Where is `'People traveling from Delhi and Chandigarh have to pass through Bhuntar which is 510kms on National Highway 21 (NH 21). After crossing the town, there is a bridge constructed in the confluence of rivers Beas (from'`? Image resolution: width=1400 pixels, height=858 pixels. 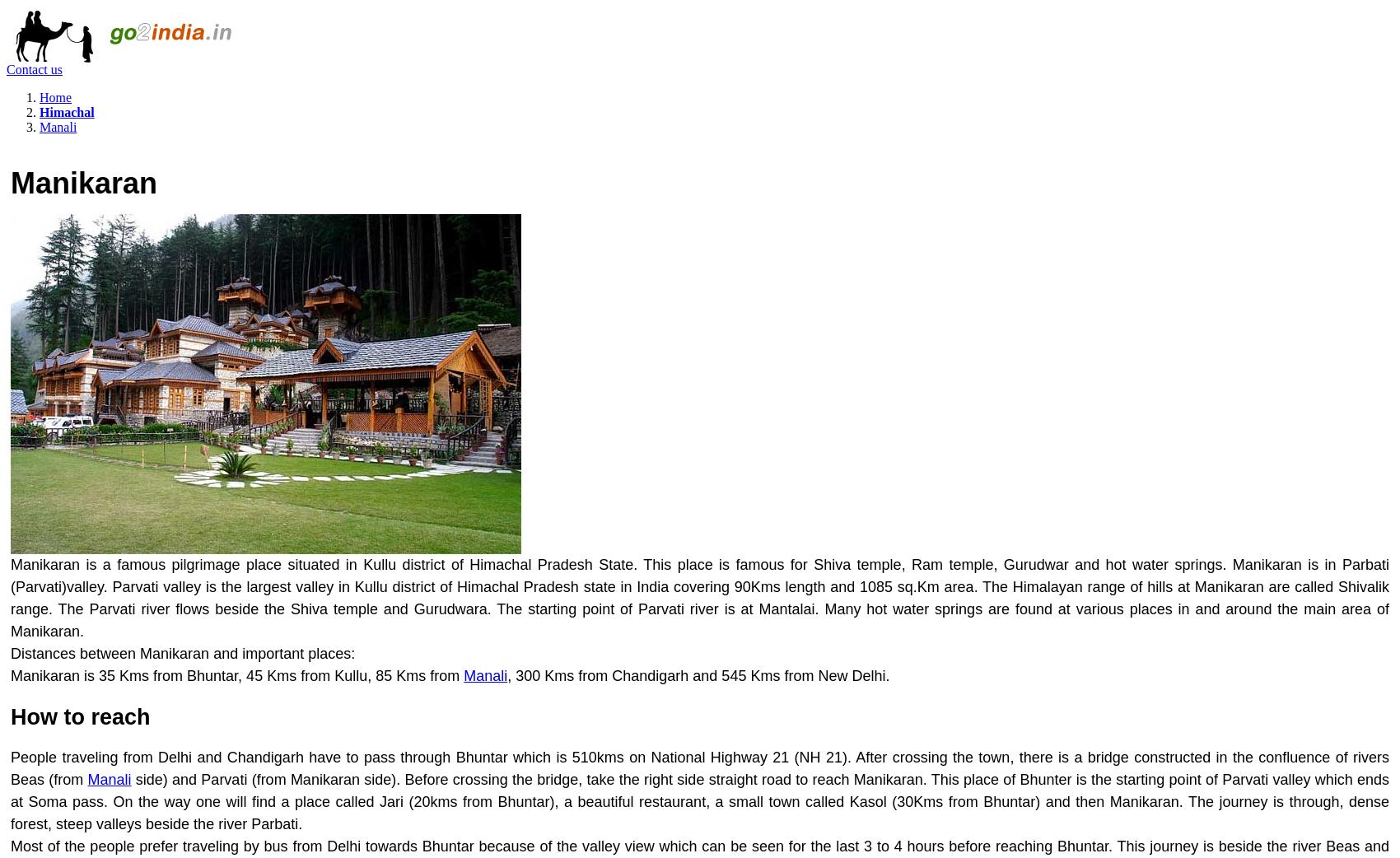
'People traveling from Delhi and Chandigarh have to pass through Bhuntar which is 510kms on National Highway 21 (NH 21). After crossing the town, there is a bridge constructed in the confluence of rivers Beas (from' is located at coordinates (700, 767).